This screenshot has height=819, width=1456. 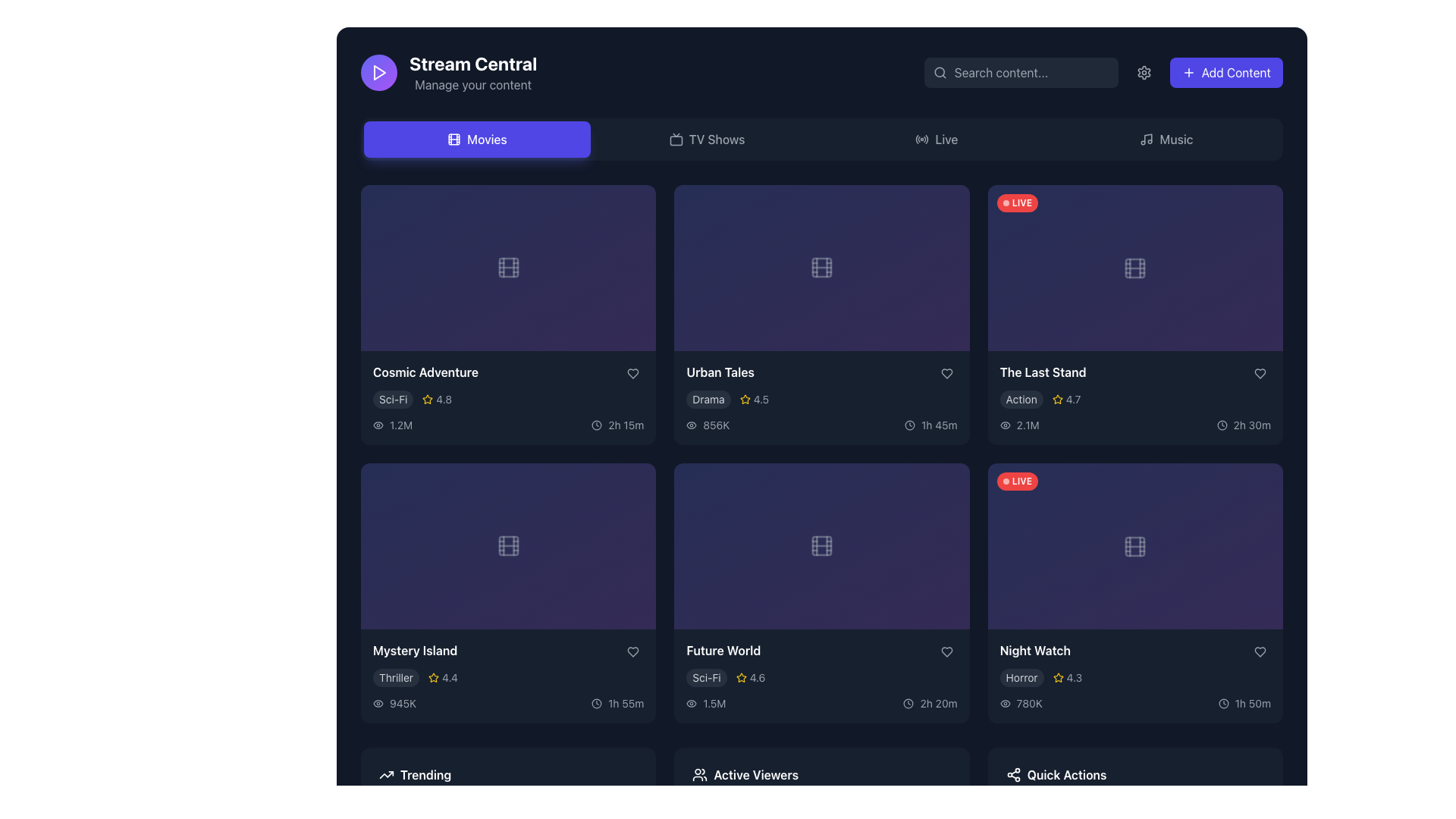 I want to click on the visibility icon located within the 'Urban Tales' media card, positioned to the left of the numerical value '856K', so click(x=691, y=425).